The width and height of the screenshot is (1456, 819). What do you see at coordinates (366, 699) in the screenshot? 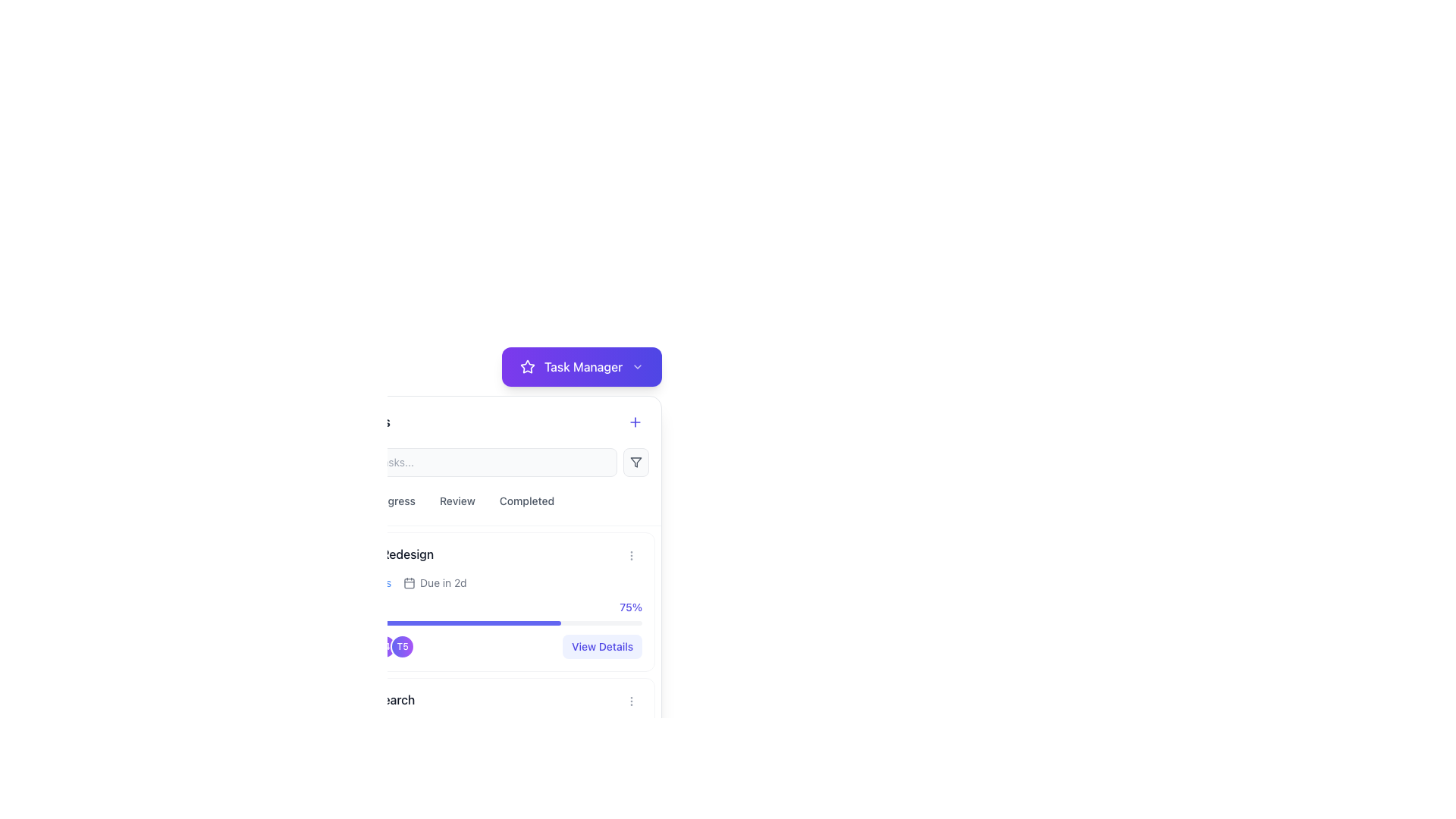
I see `the 'User Research' text label with a yellow circular indicator for keyboard navigation` at bounding box center [366, 699].